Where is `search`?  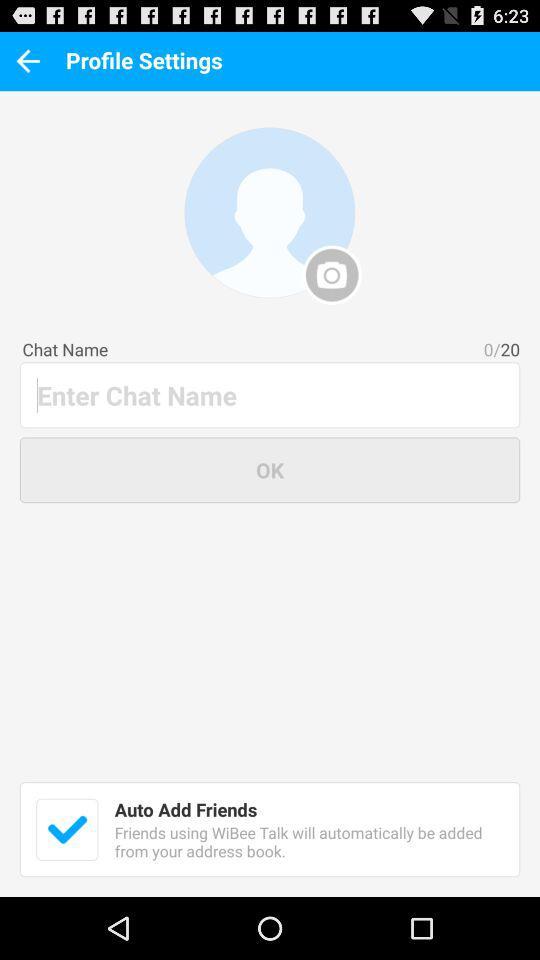
search is located at coordinates (270, 394).